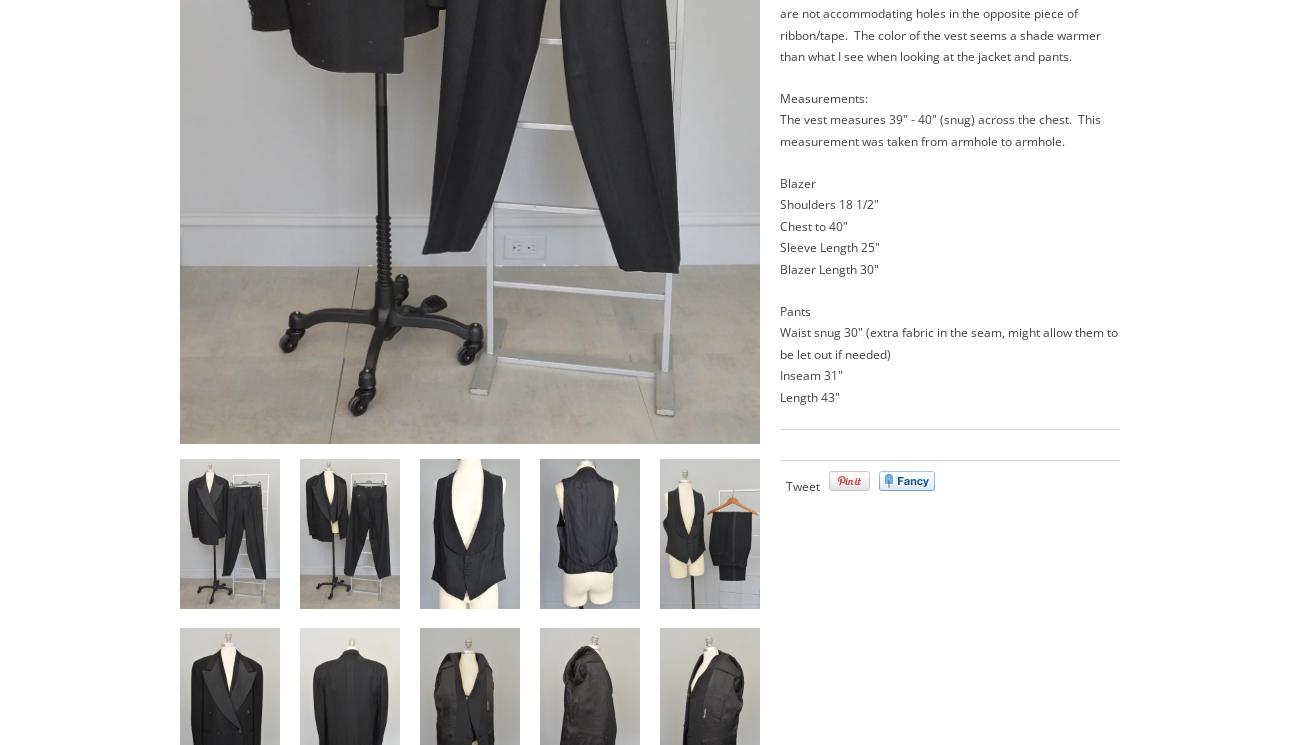 The height and width of the screenshot is (745, 1300). What do you see at coordinates (794, 309) in the screenshot?
I see `'Pants'` at bounding box center [794, 309].